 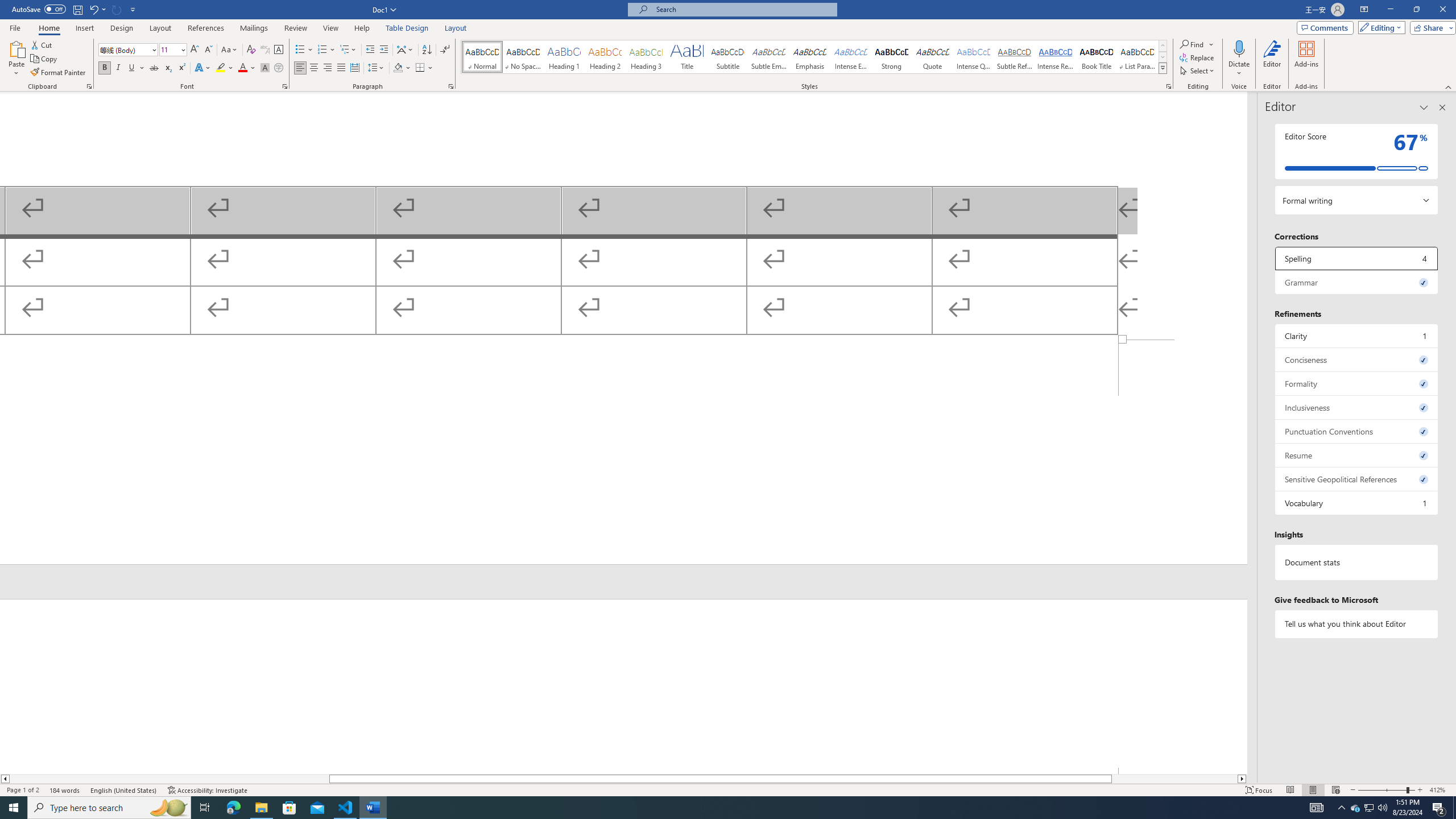 I want to click on 'Undo Outline Move Up', so click(x=97, y=9).